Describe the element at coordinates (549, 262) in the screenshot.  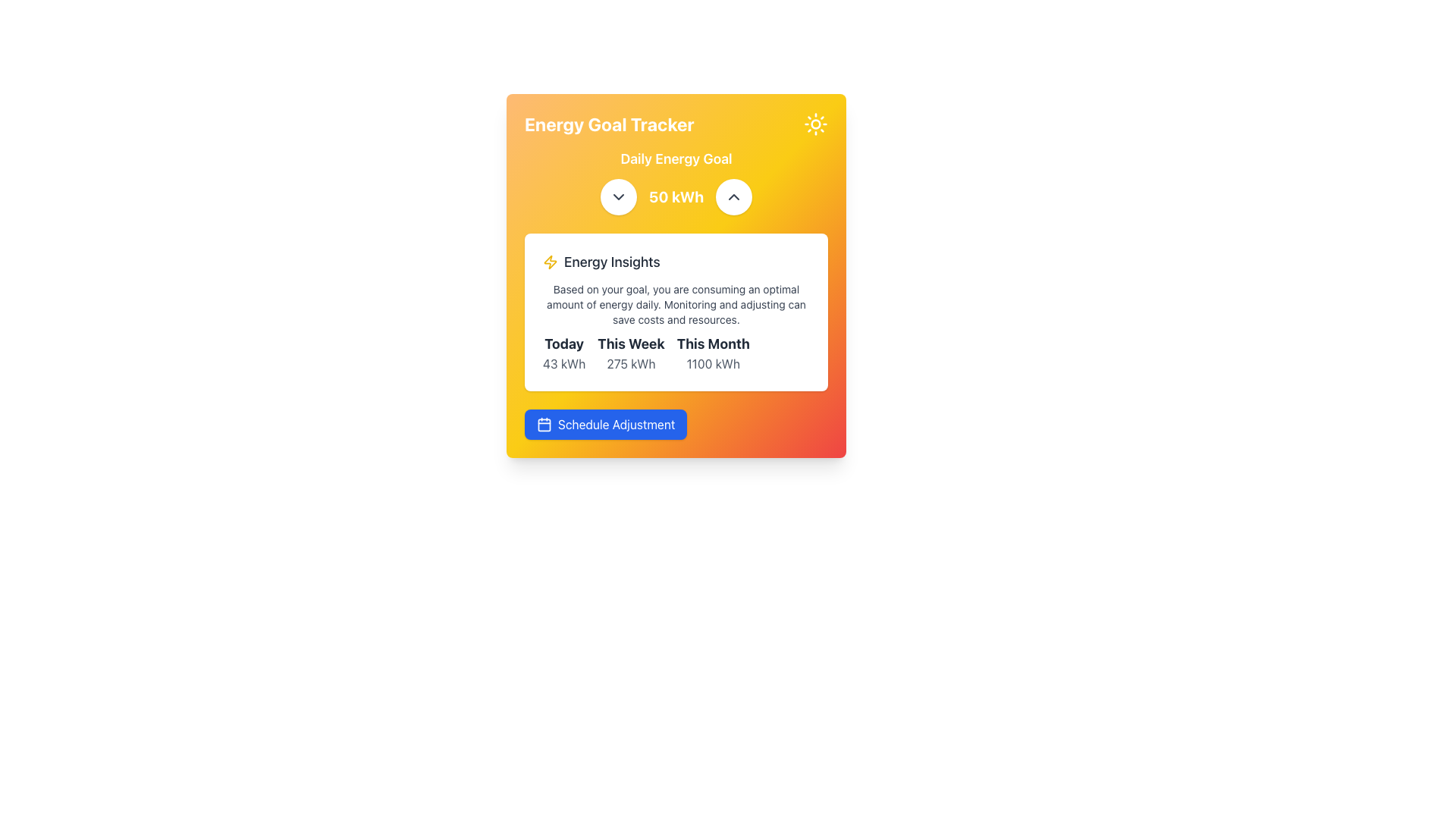
I see `the decorative energy icon located in the top-right corner adjacent to the 'Energy Goal Tracker' title` at that location.